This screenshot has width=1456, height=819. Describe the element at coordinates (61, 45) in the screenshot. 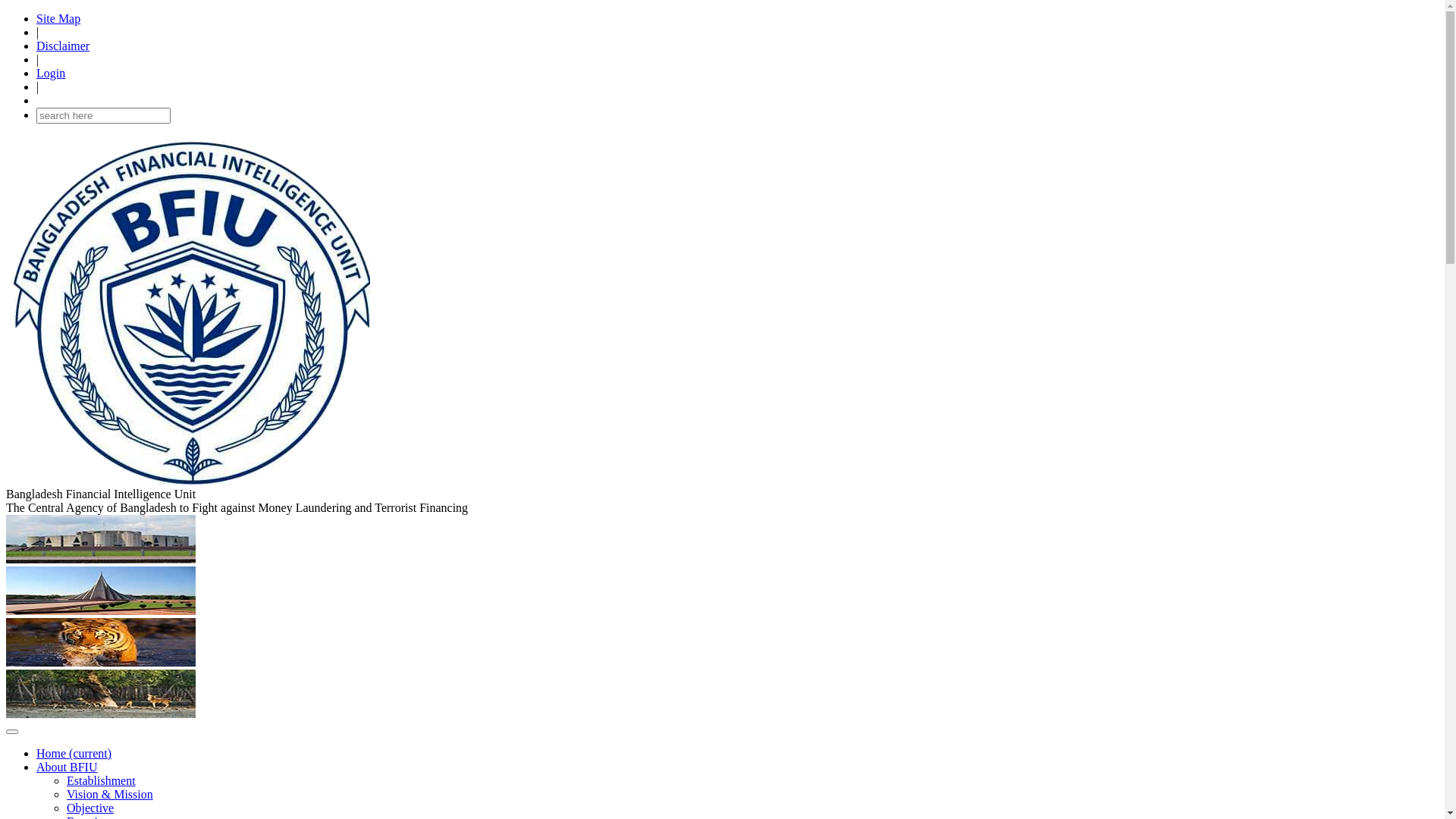

I see `'Disclaimer'` at that location.